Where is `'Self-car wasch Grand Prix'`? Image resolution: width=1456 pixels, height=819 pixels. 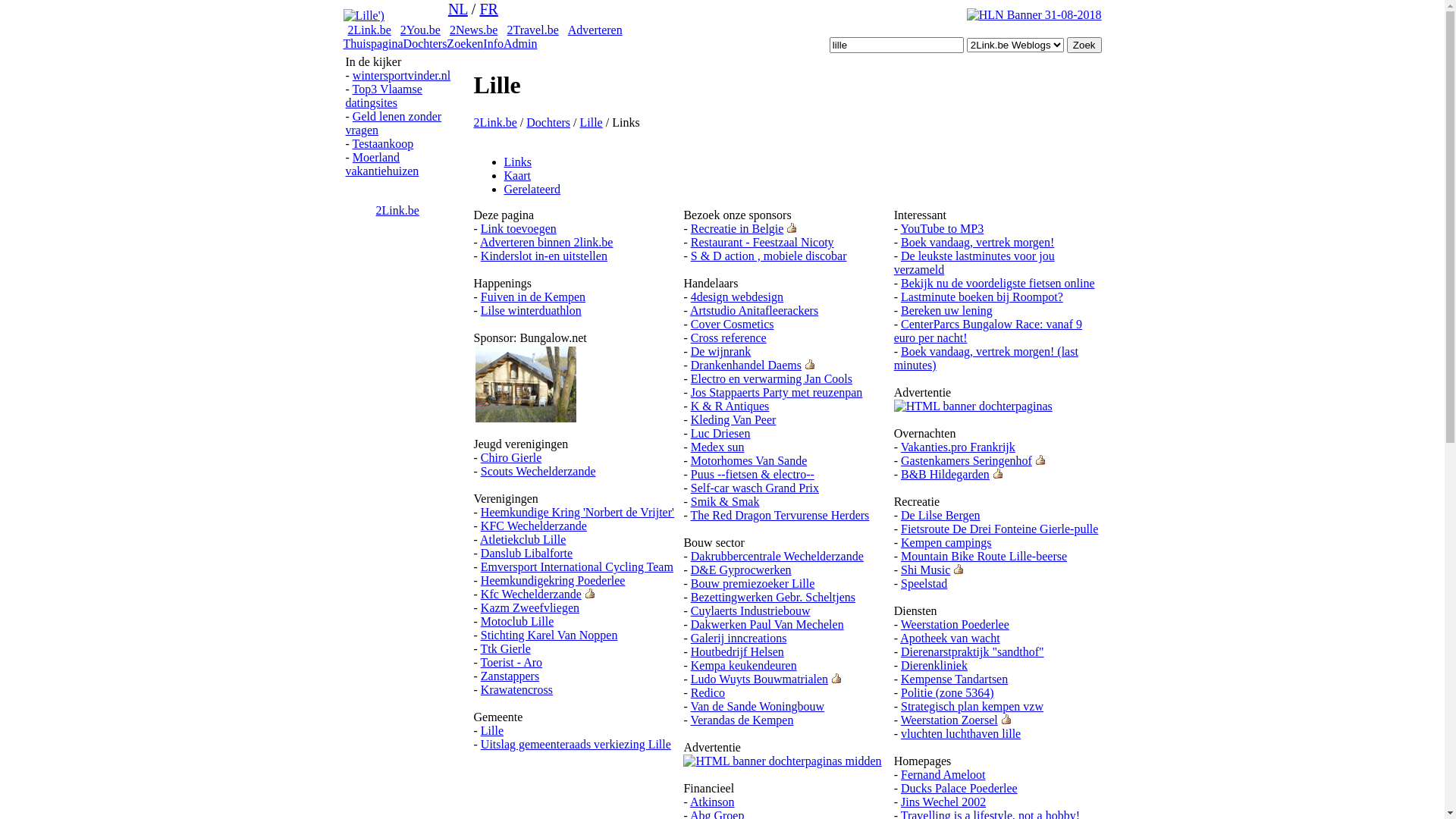
'Self-car wasch Grand Prix' is located at coordinates (755, 488).